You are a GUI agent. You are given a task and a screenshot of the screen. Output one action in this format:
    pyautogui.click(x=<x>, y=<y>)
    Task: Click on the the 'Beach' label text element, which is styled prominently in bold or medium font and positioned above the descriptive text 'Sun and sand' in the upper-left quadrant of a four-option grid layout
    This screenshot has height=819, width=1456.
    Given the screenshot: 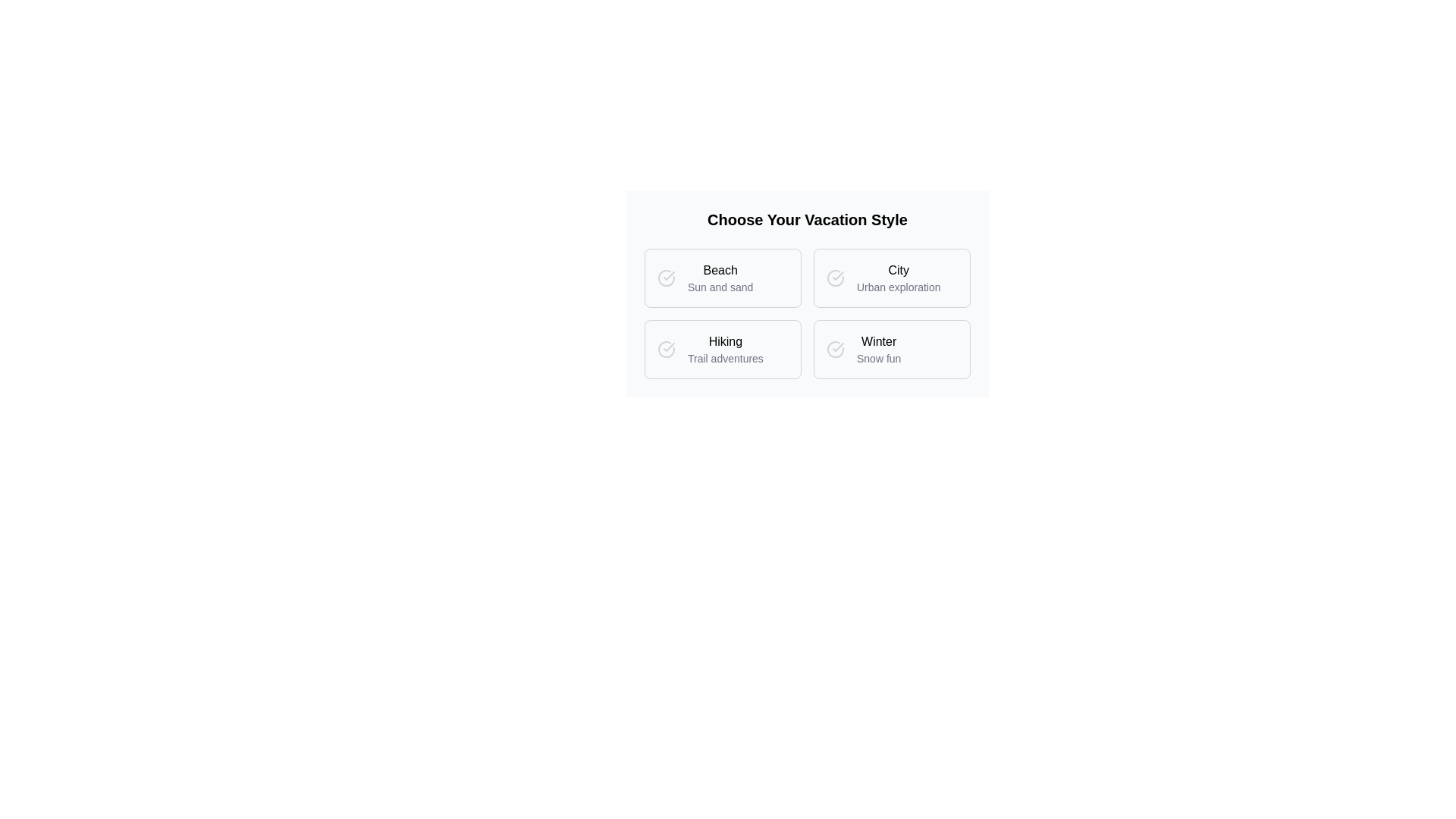 What is the action you would take?
    pyautogui.click(x=720, y=270)
    